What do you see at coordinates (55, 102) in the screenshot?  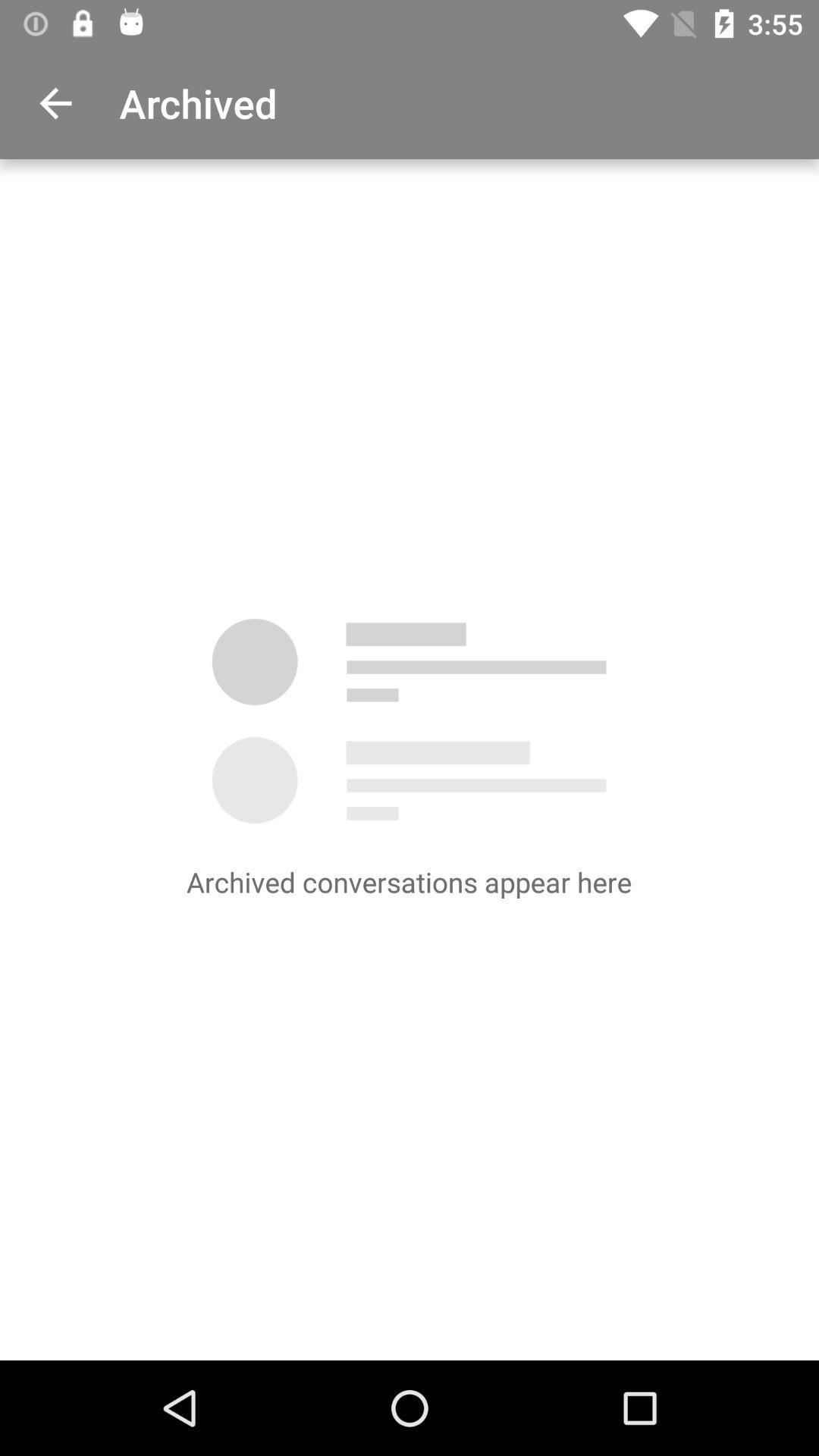 I see `app next to archived` at bounding box center [55, 102].